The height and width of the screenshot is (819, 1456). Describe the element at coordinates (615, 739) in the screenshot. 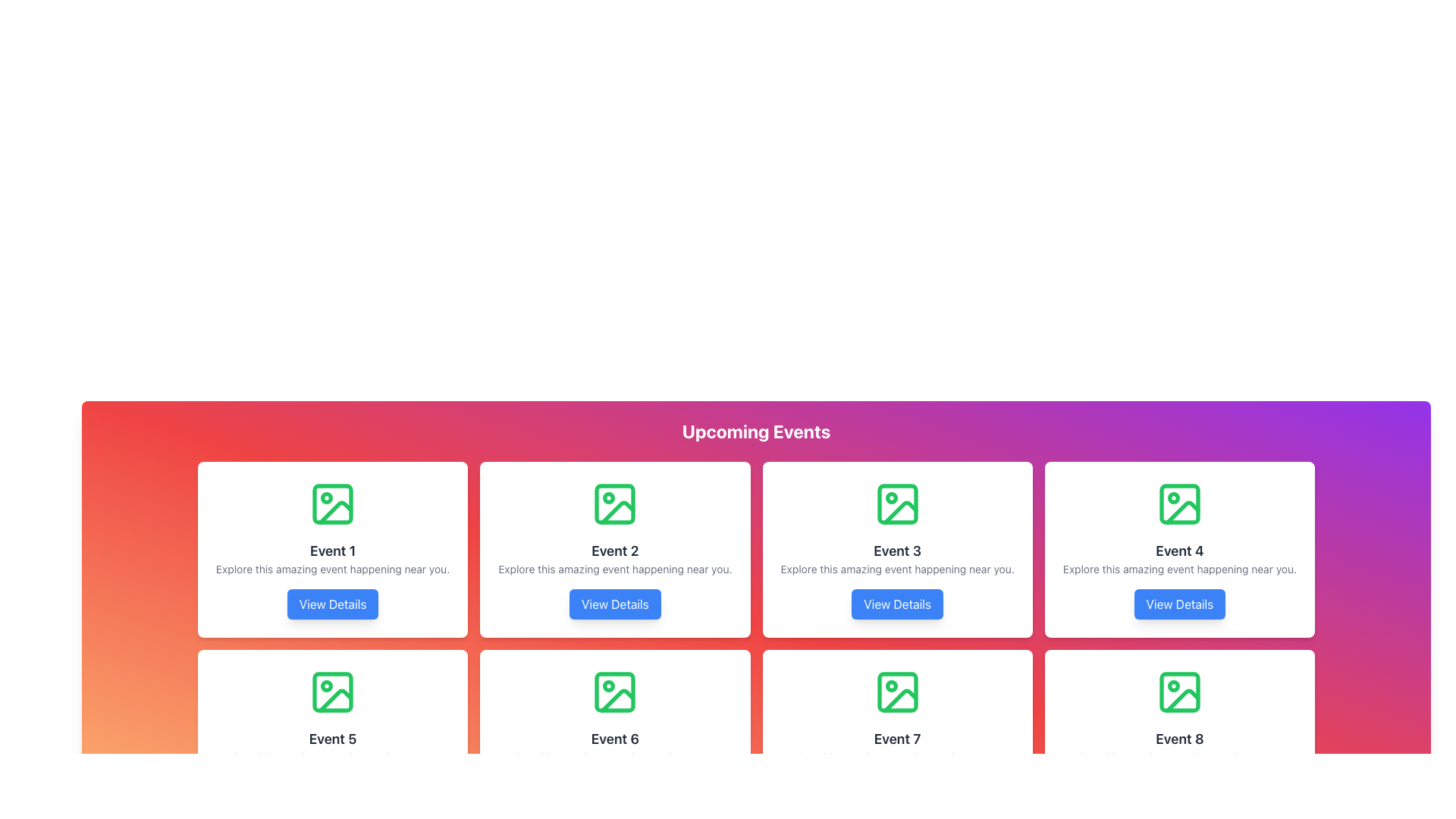

I see `the 'Event 6' text label` at that location.